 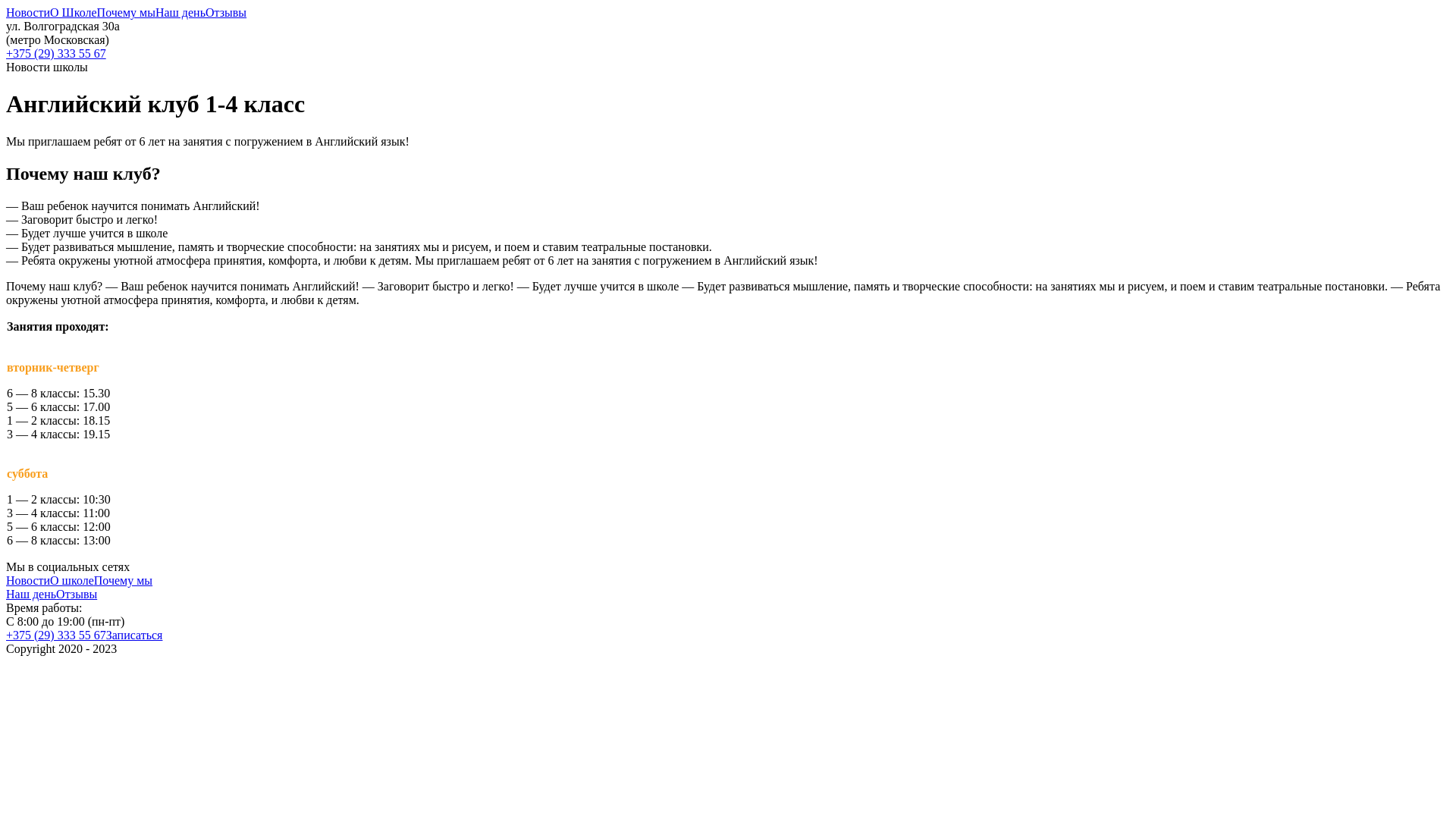 I want to click on '+375 (29) 333 55 67', so click(x=728, y=52).